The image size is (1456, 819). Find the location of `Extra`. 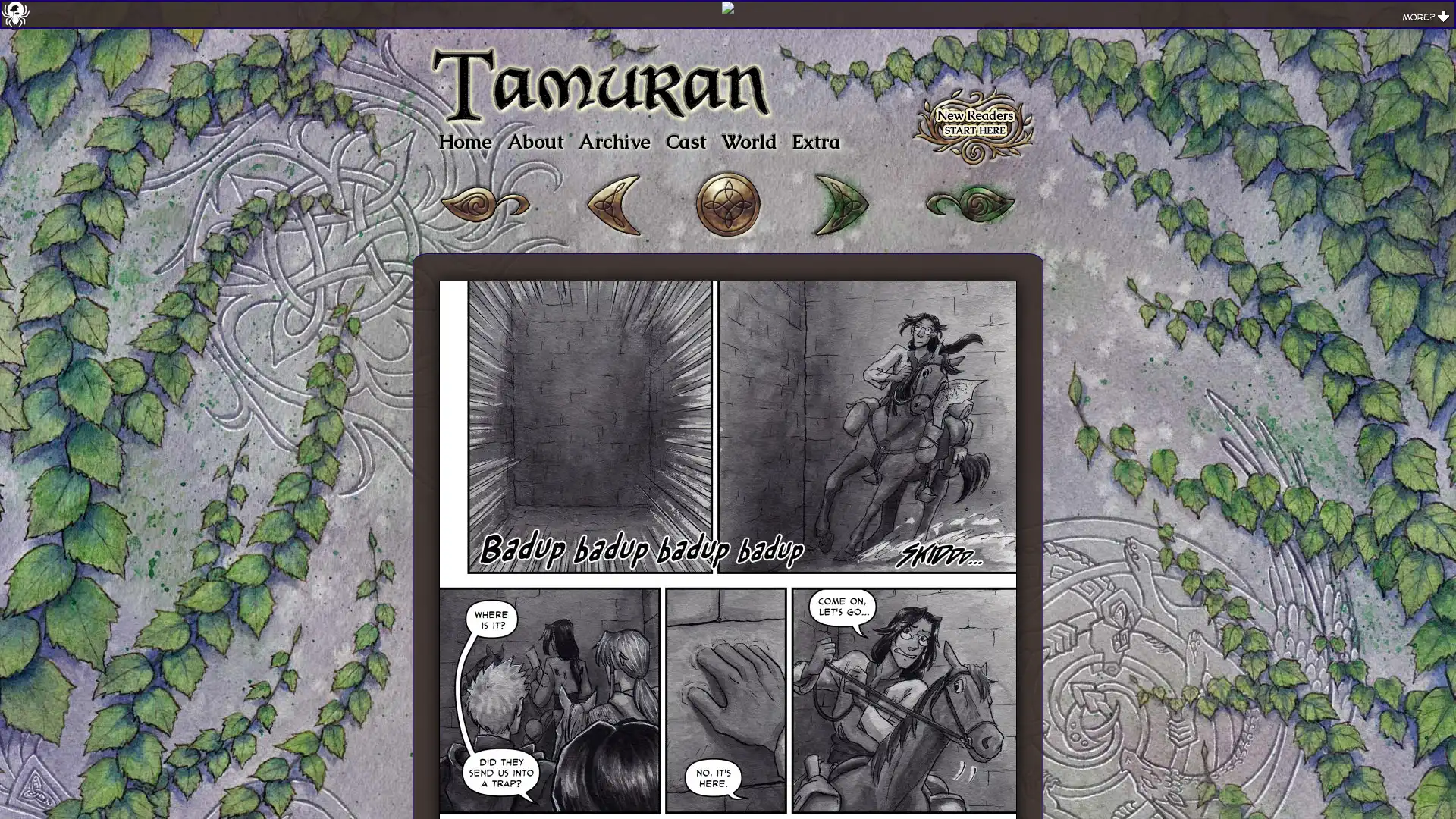

Extra is located at coordinates (814, 143).